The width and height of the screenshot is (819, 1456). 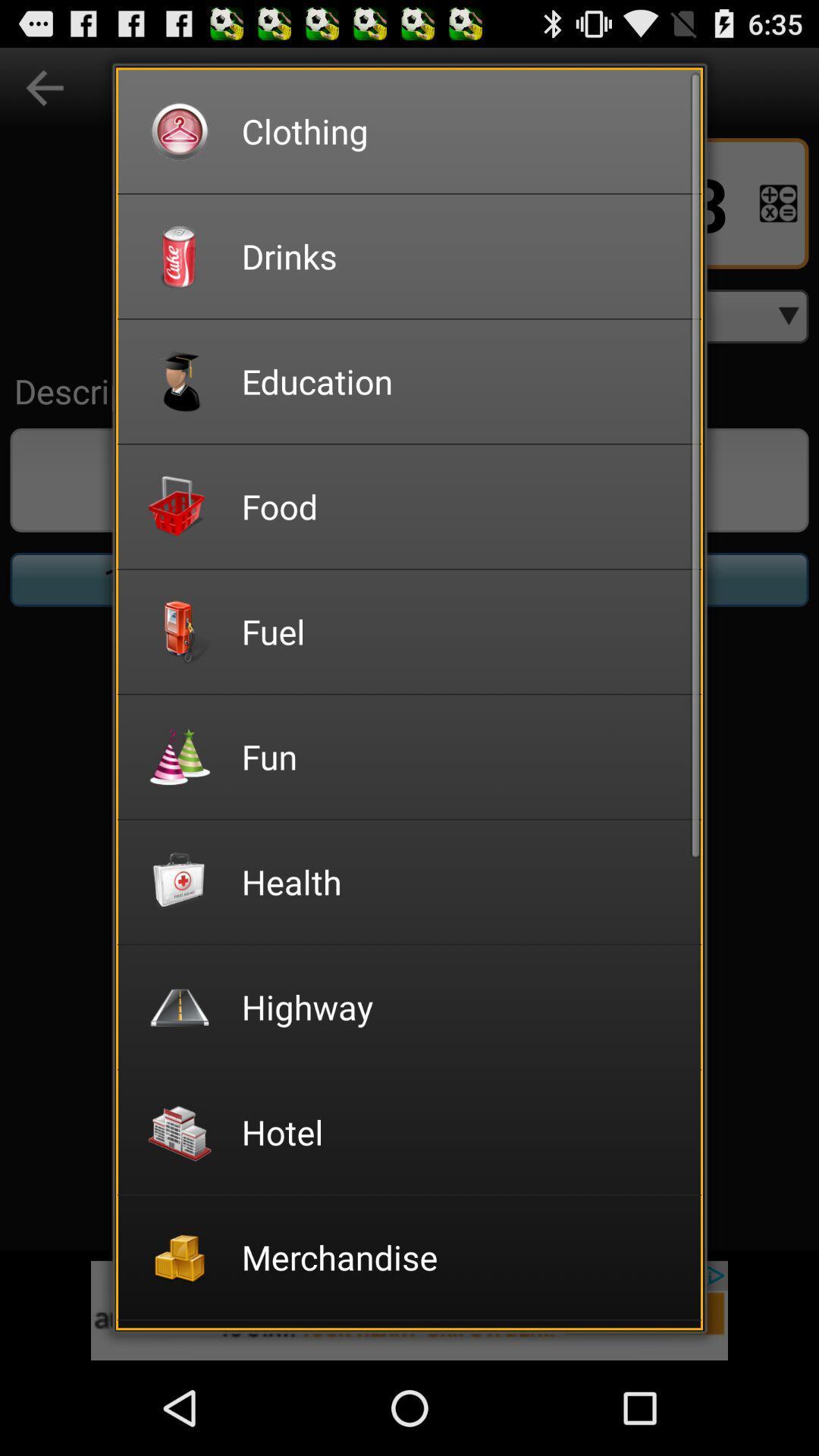 I want to click on health icon, so click(x=460, y=881).